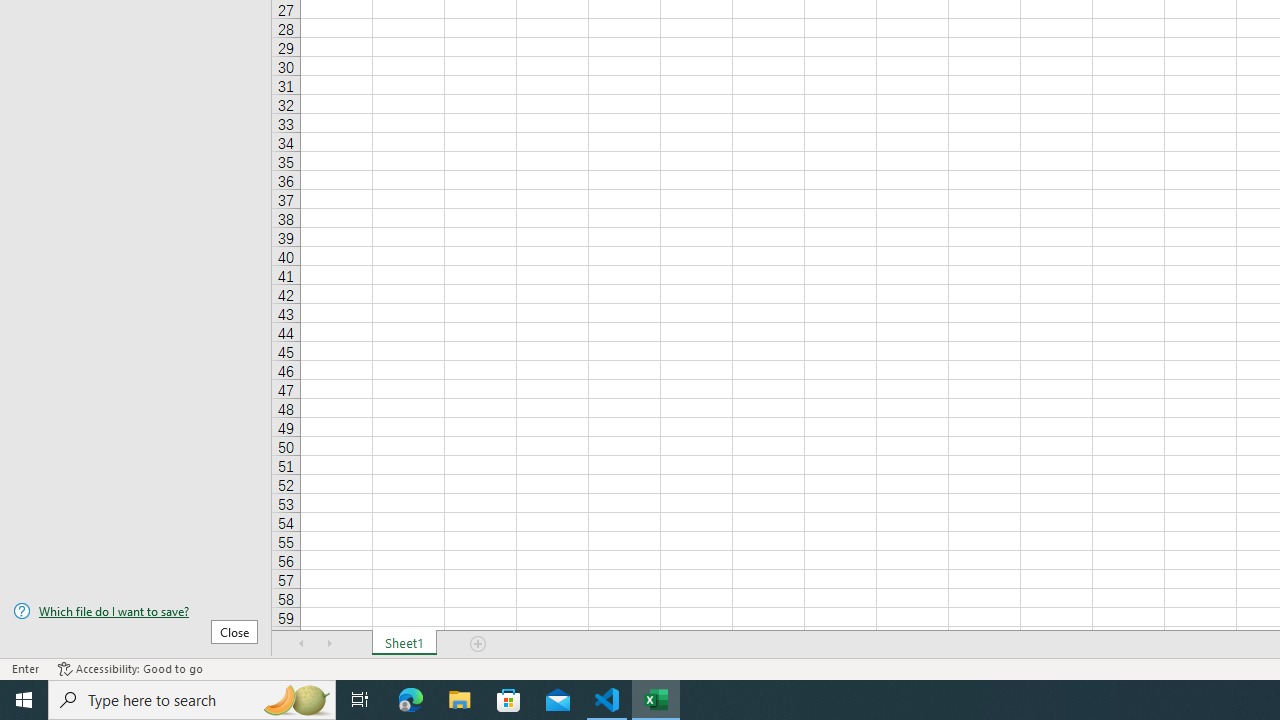  What do you see at coordinates (135, 610) in the screenshot?
I see `'Which file do I want to save?'` at bounding box center [135, 610].